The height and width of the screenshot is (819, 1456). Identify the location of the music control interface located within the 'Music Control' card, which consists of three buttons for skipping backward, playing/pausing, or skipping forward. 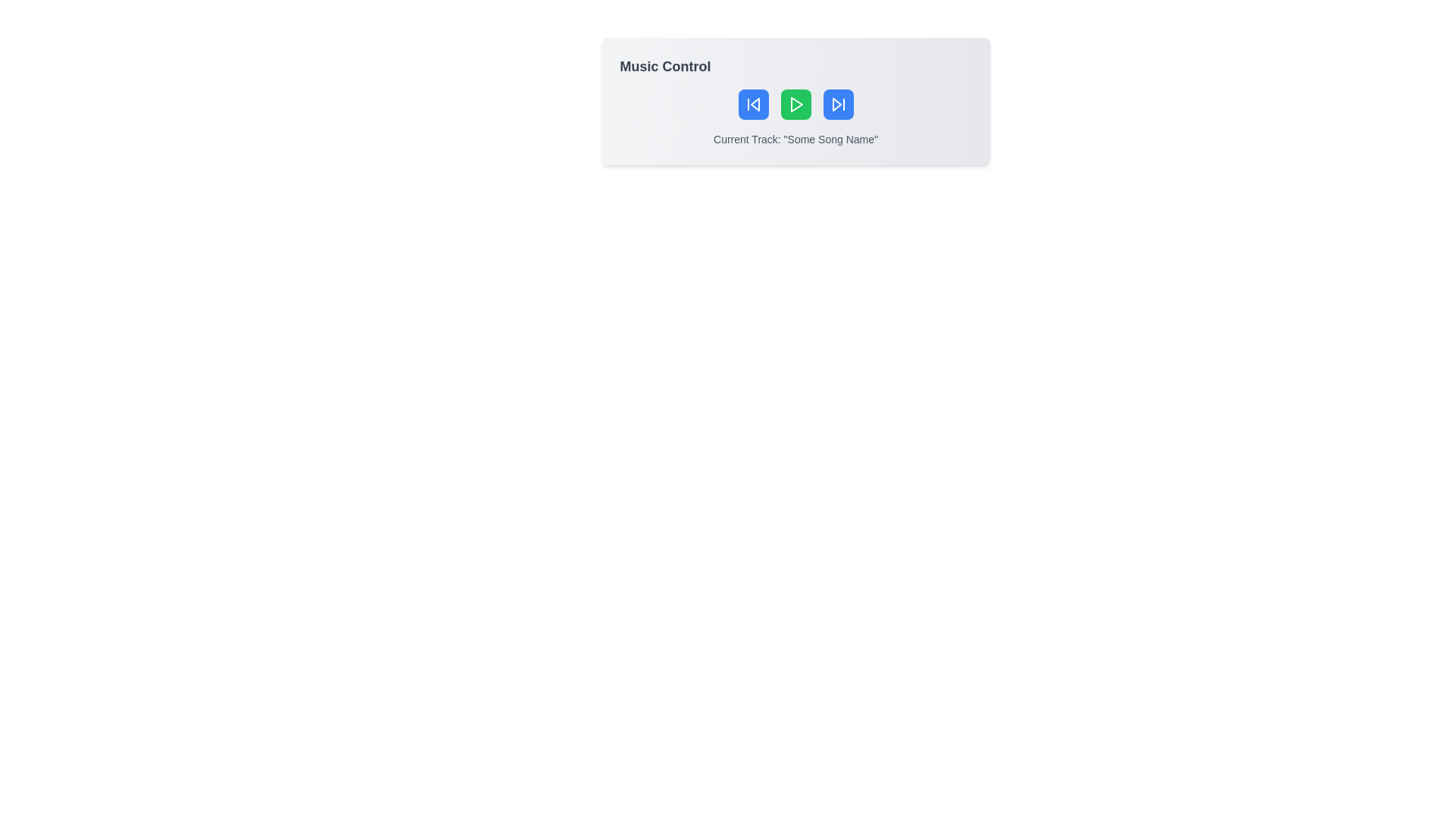
(795, 104).